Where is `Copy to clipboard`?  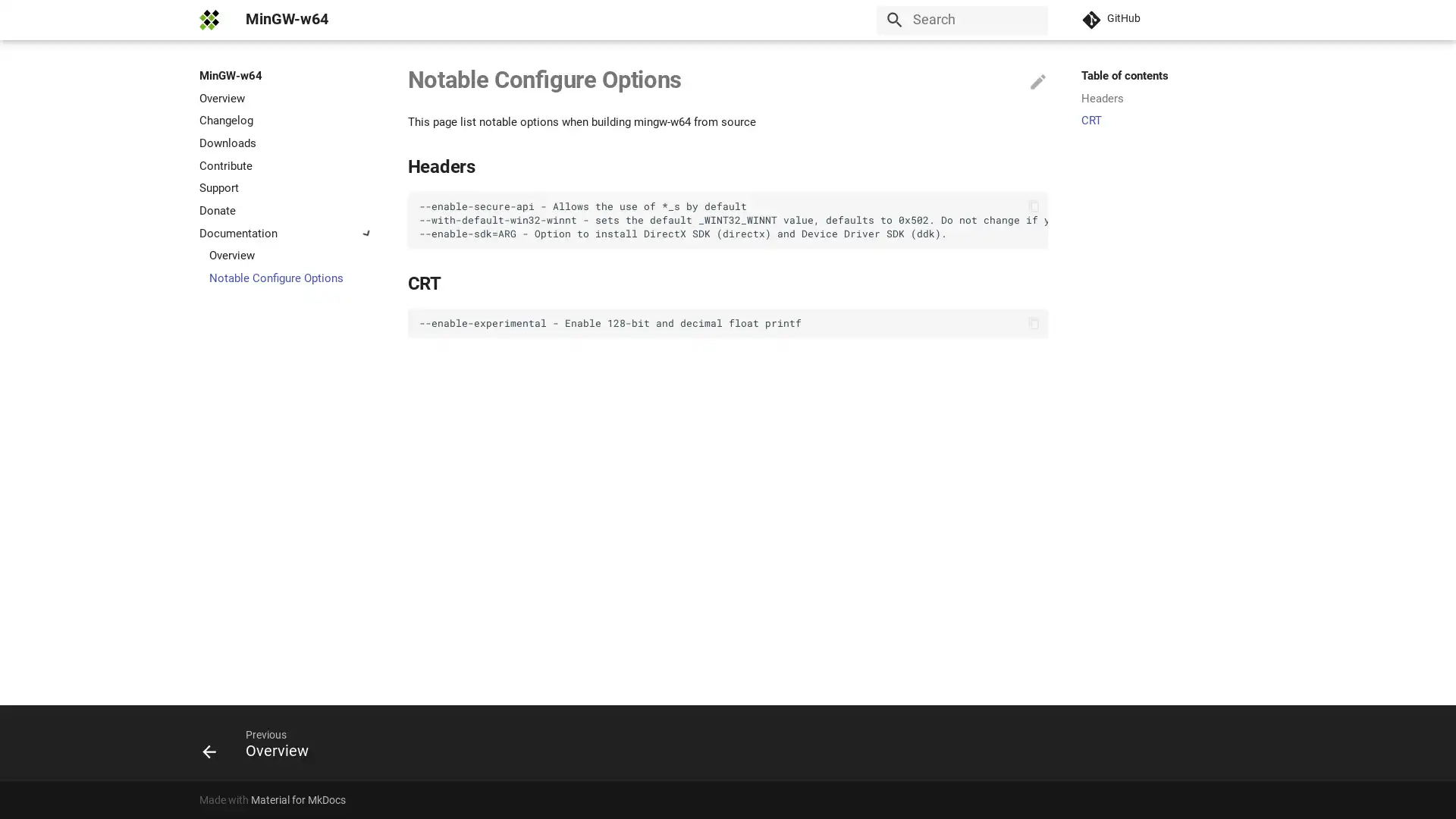 Copy to clipboard is located at coordinates (1032, 322).